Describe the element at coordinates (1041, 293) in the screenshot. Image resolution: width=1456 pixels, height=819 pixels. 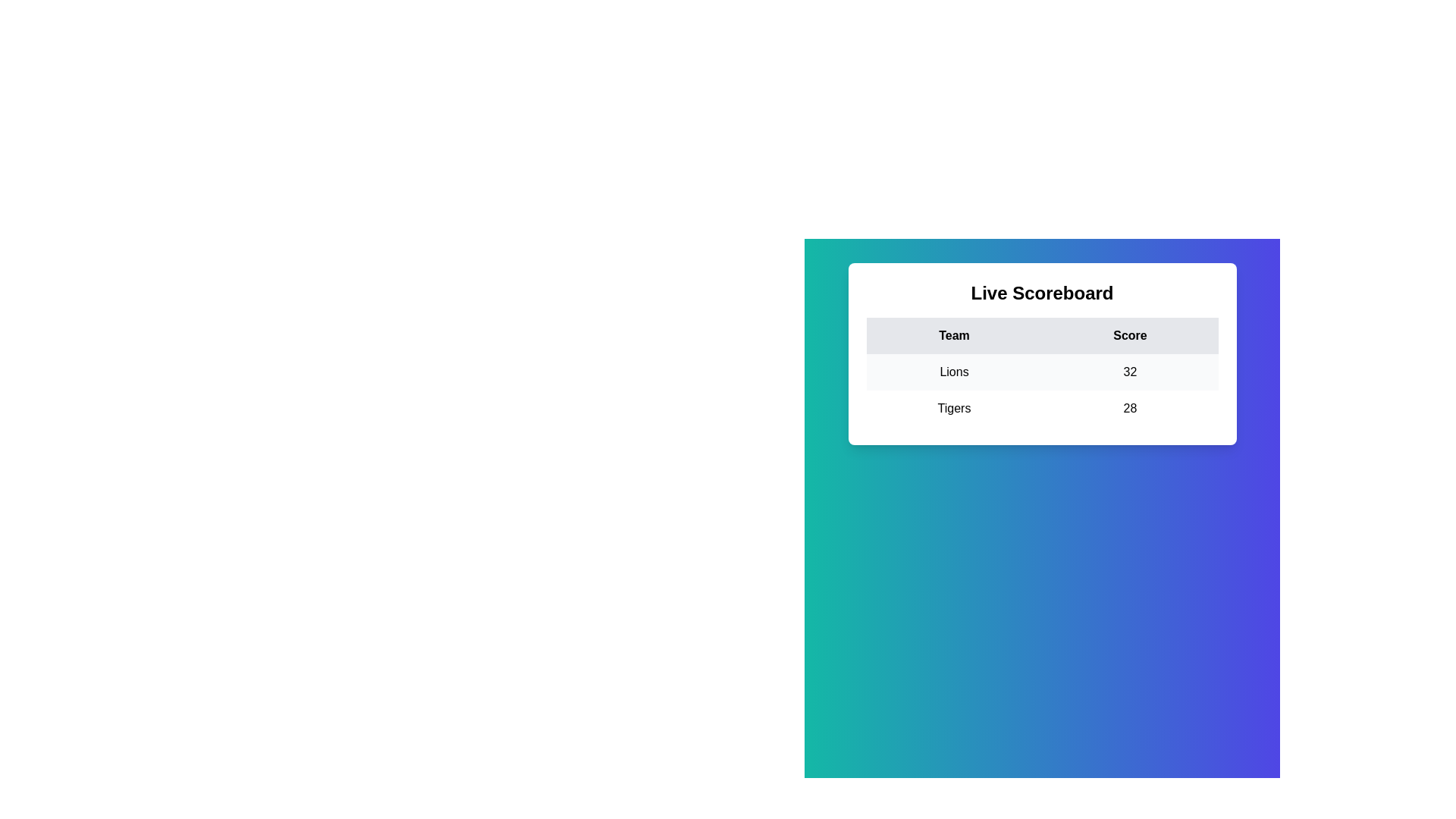
I see `the bold text element displaying 'Live Scoreboard' at the top-center of the scoreboard interface` at that location.